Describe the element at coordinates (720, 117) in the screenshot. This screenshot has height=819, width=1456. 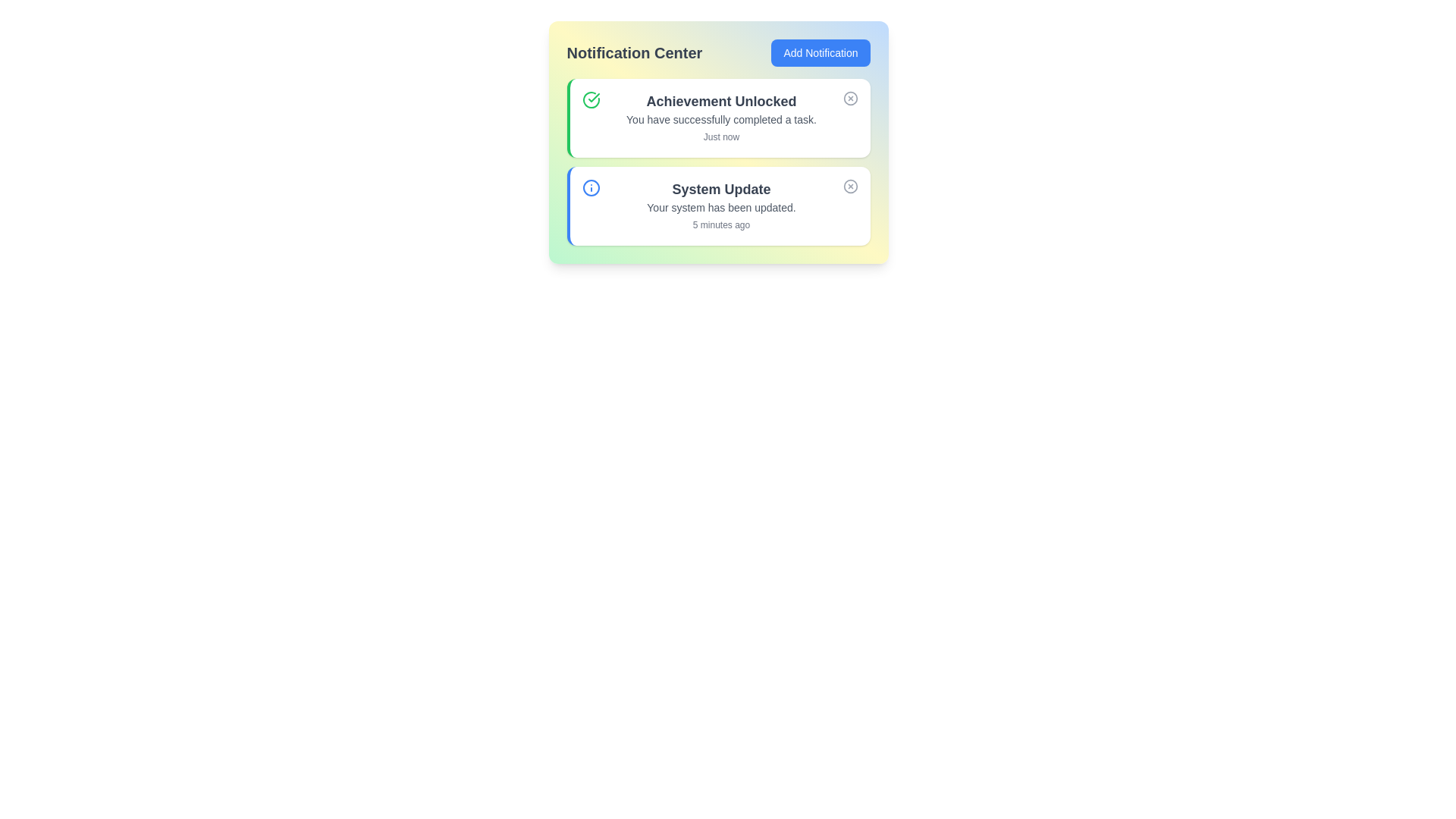
I see `notification text displayed in the top notification card of the notification center UI, which informs the user about a recently unlocked achievement` at that location.